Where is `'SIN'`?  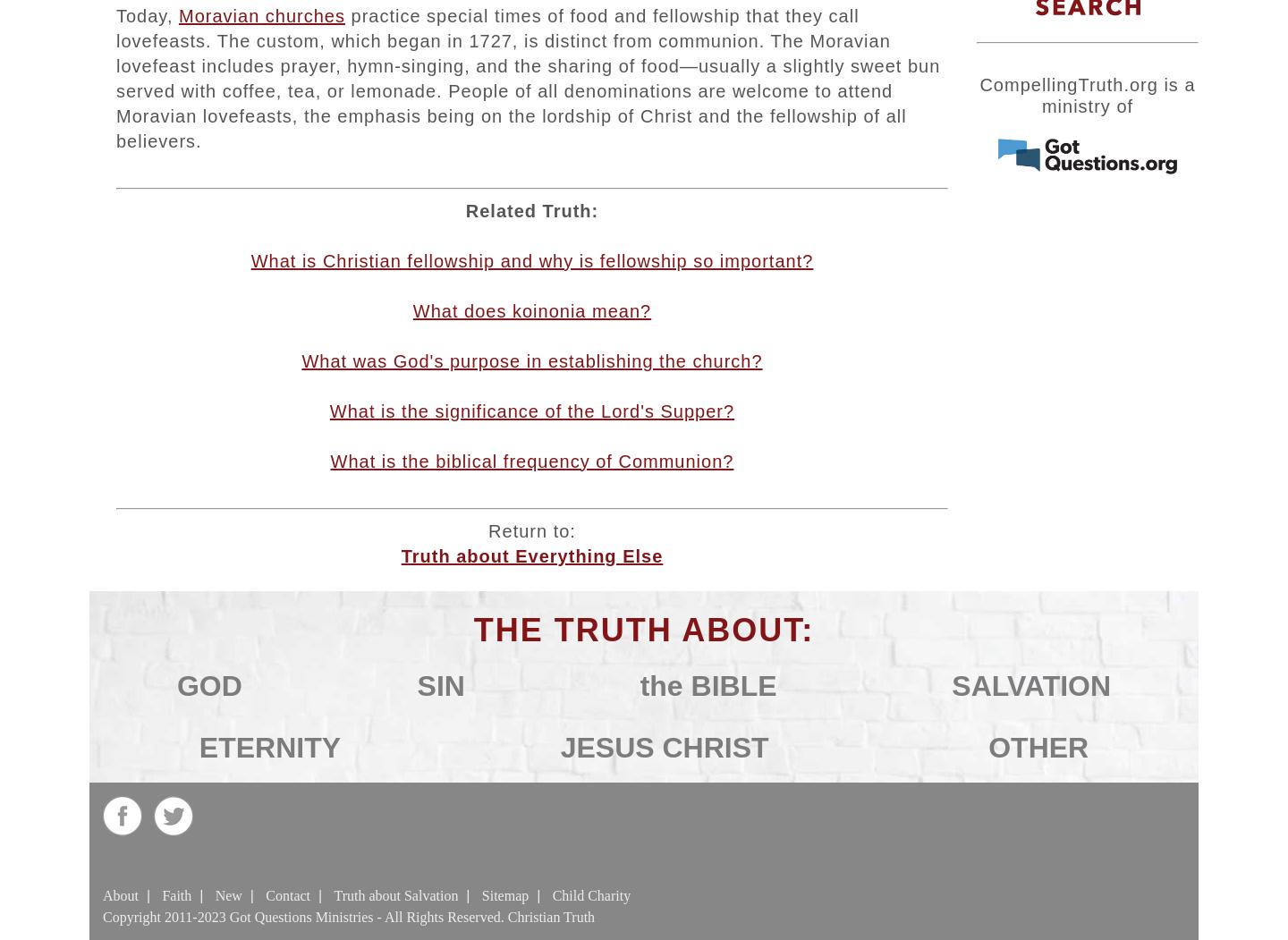 'SIN' is located at coordinates (416, 684).